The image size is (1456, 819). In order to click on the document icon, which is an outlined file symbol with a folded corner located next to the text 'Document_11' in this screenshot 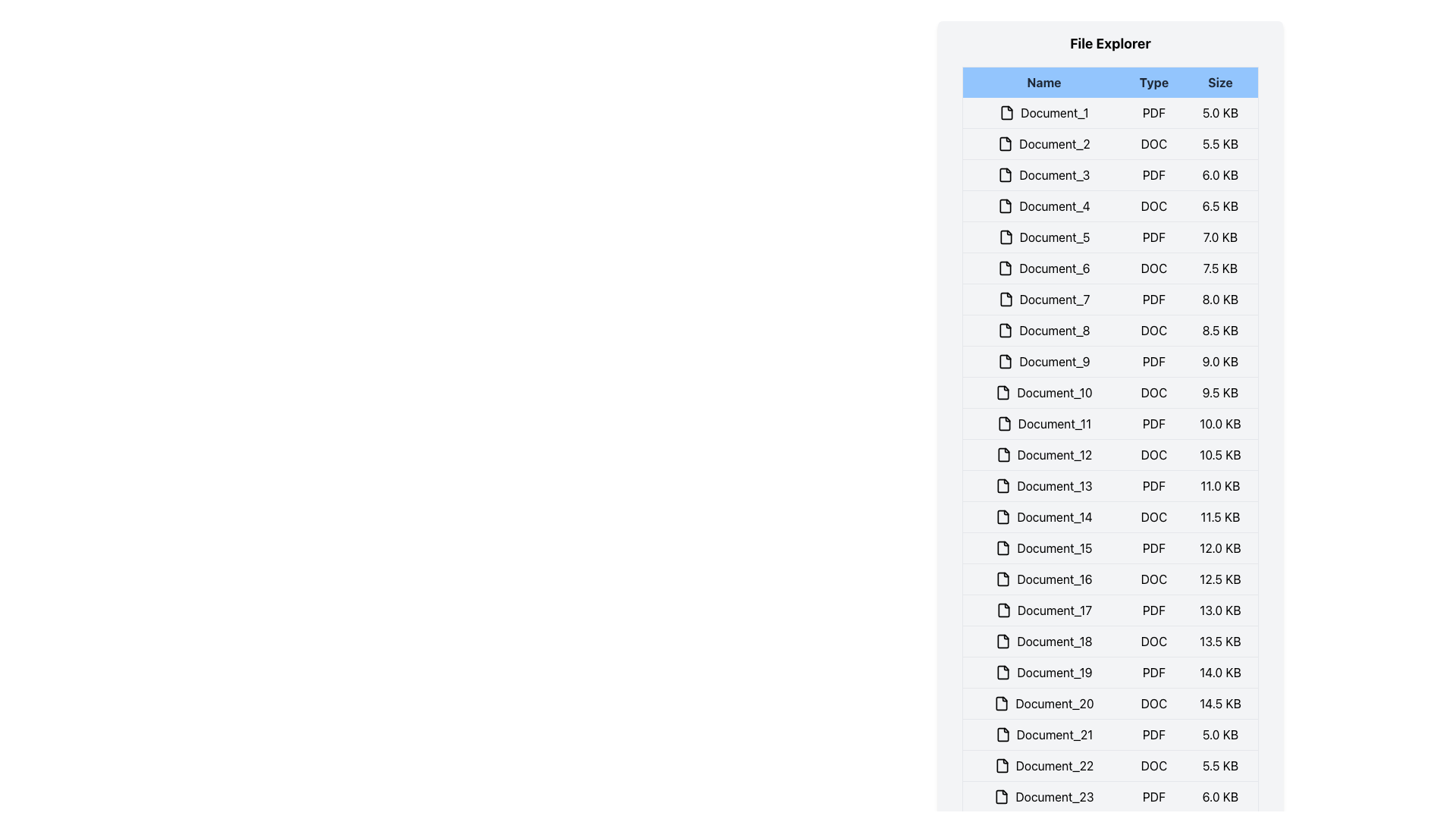, I will do `click(1004, 424)`.